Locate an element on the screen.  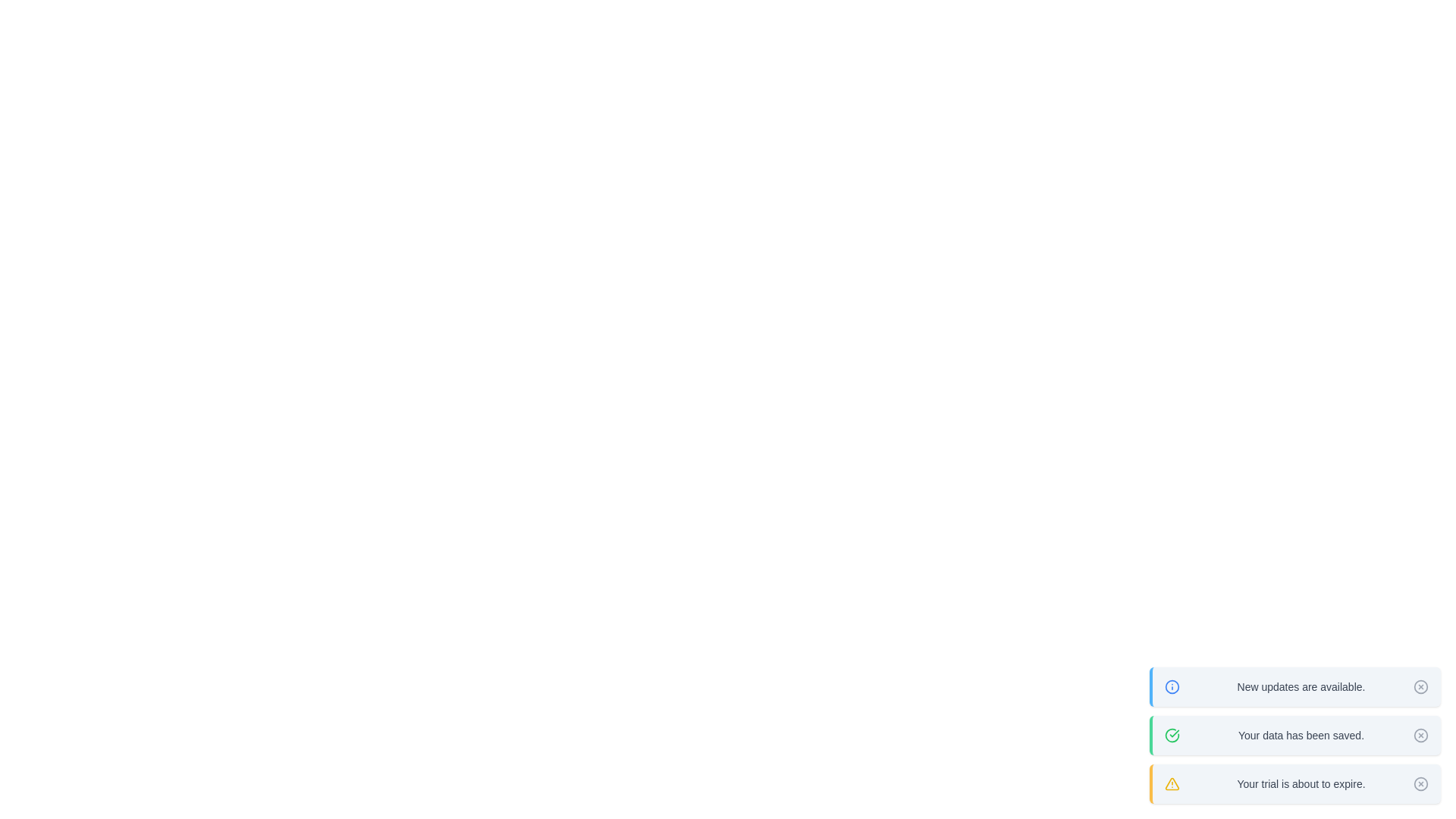
the informational icon located at the top left corner of the notification box that contains the text 'New updates are available.' is located at coordinates (1171, 687).